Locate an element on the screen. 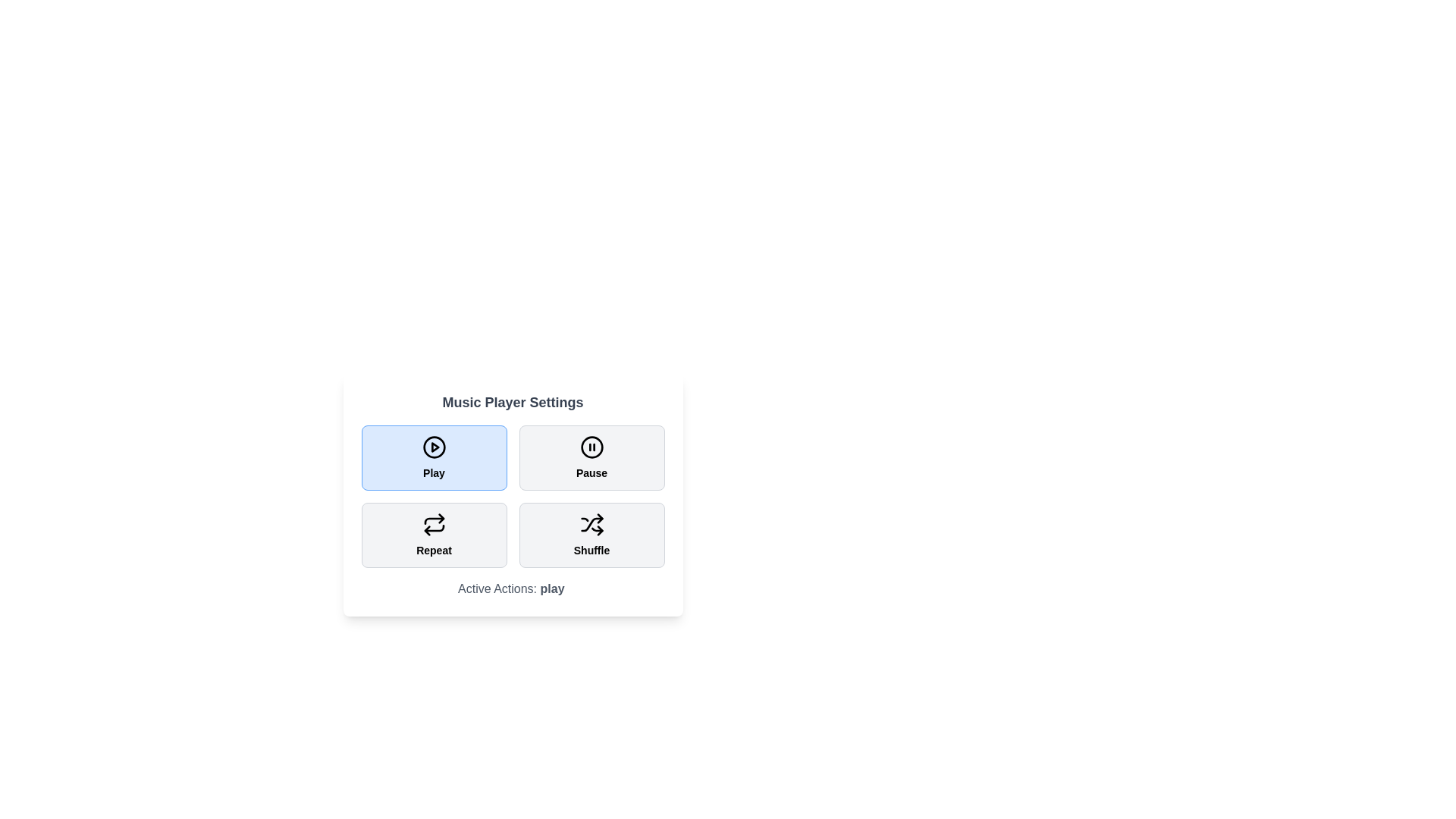 The width and height of the screenshot is (1456, 819). the Shuffle button to toggle its state is located at coordinates (591, 534).